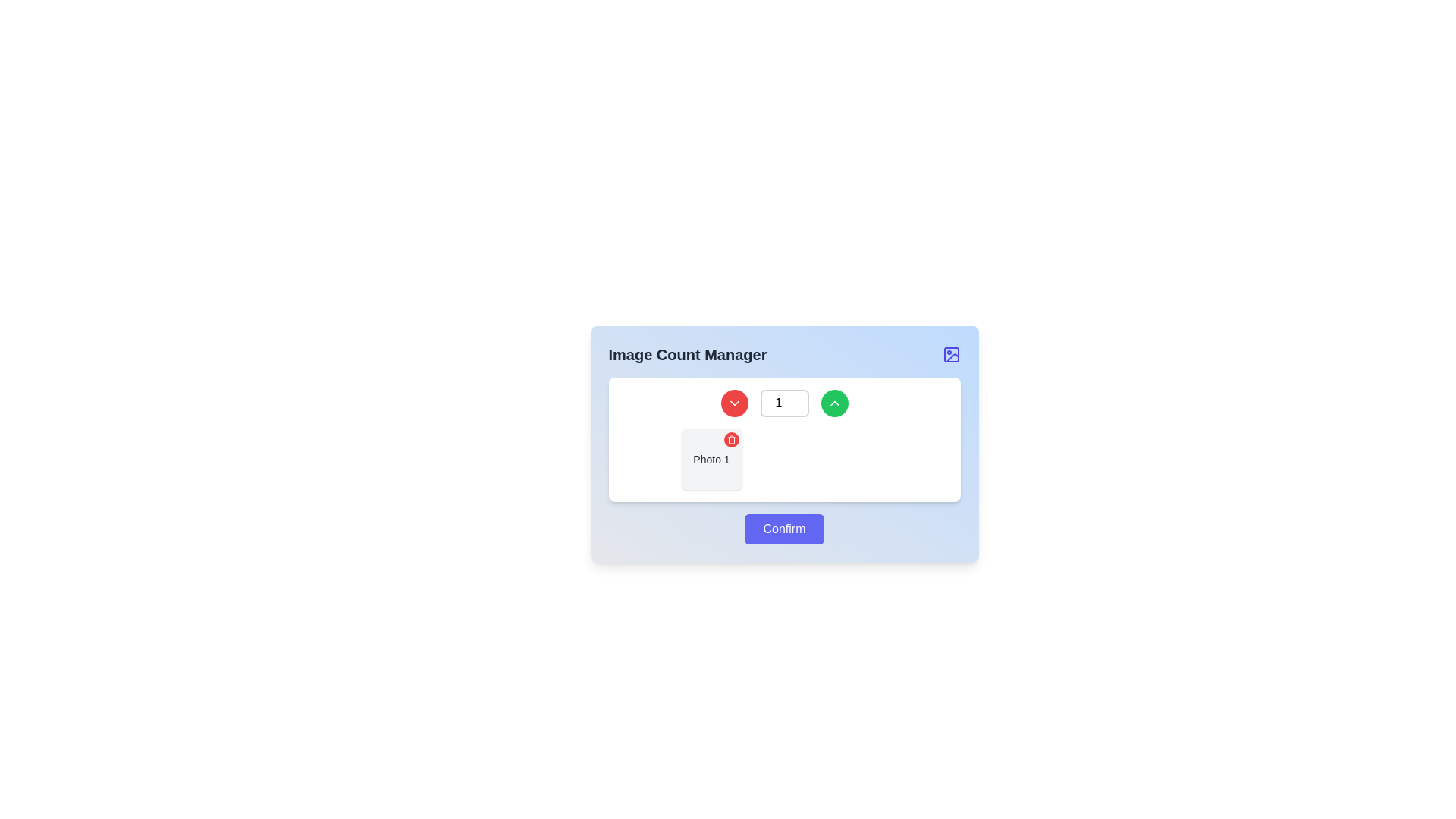 The width and height of the screenshot is (1456, 819). Describe the element at coordinates (731, 439) in the screenshot. I see `the delete icon located at the top-right corner of the photo thumbnail associated with 'Photo 1'` at that location.